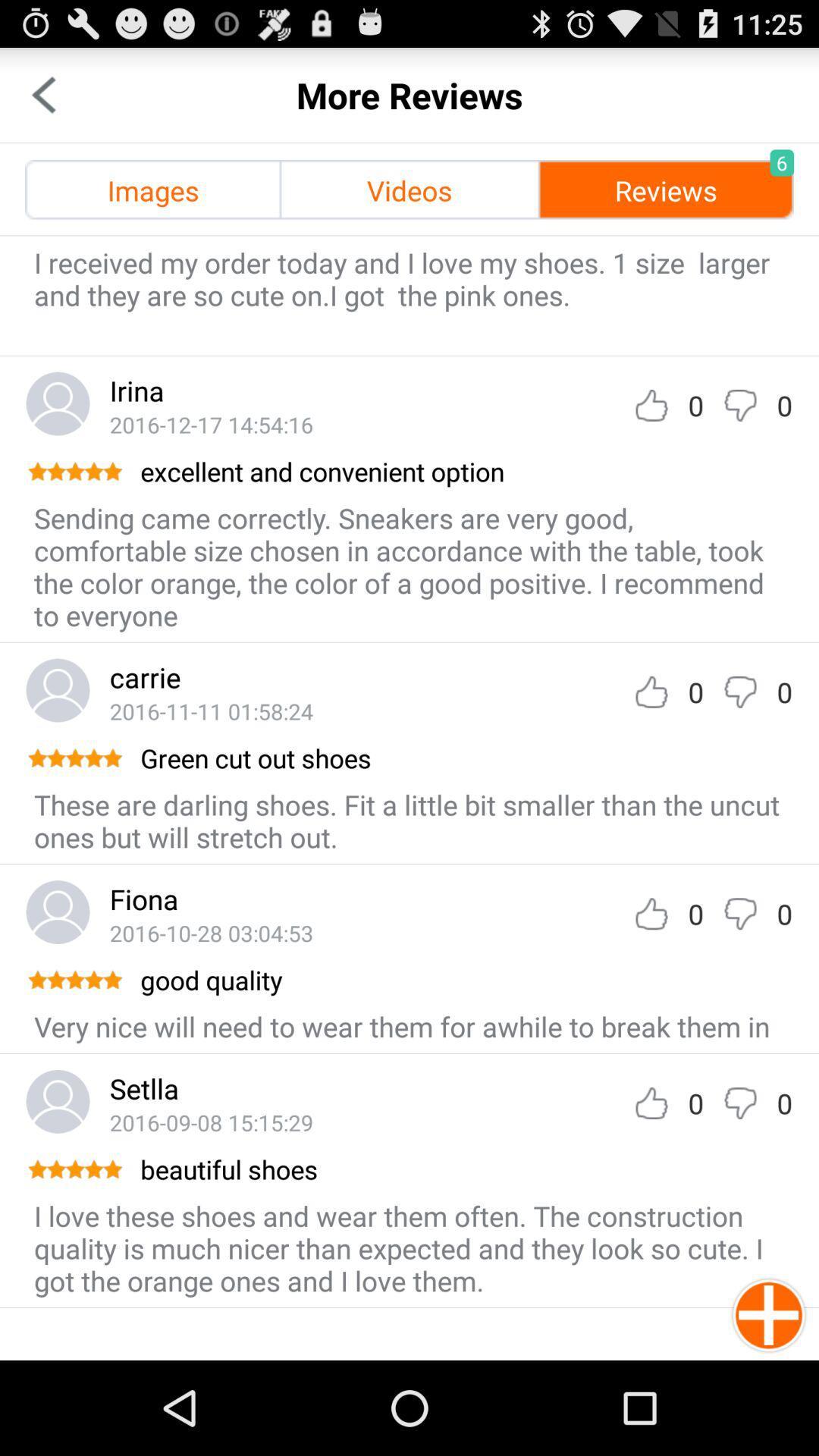  I want to click on like button, so click(651, 691).